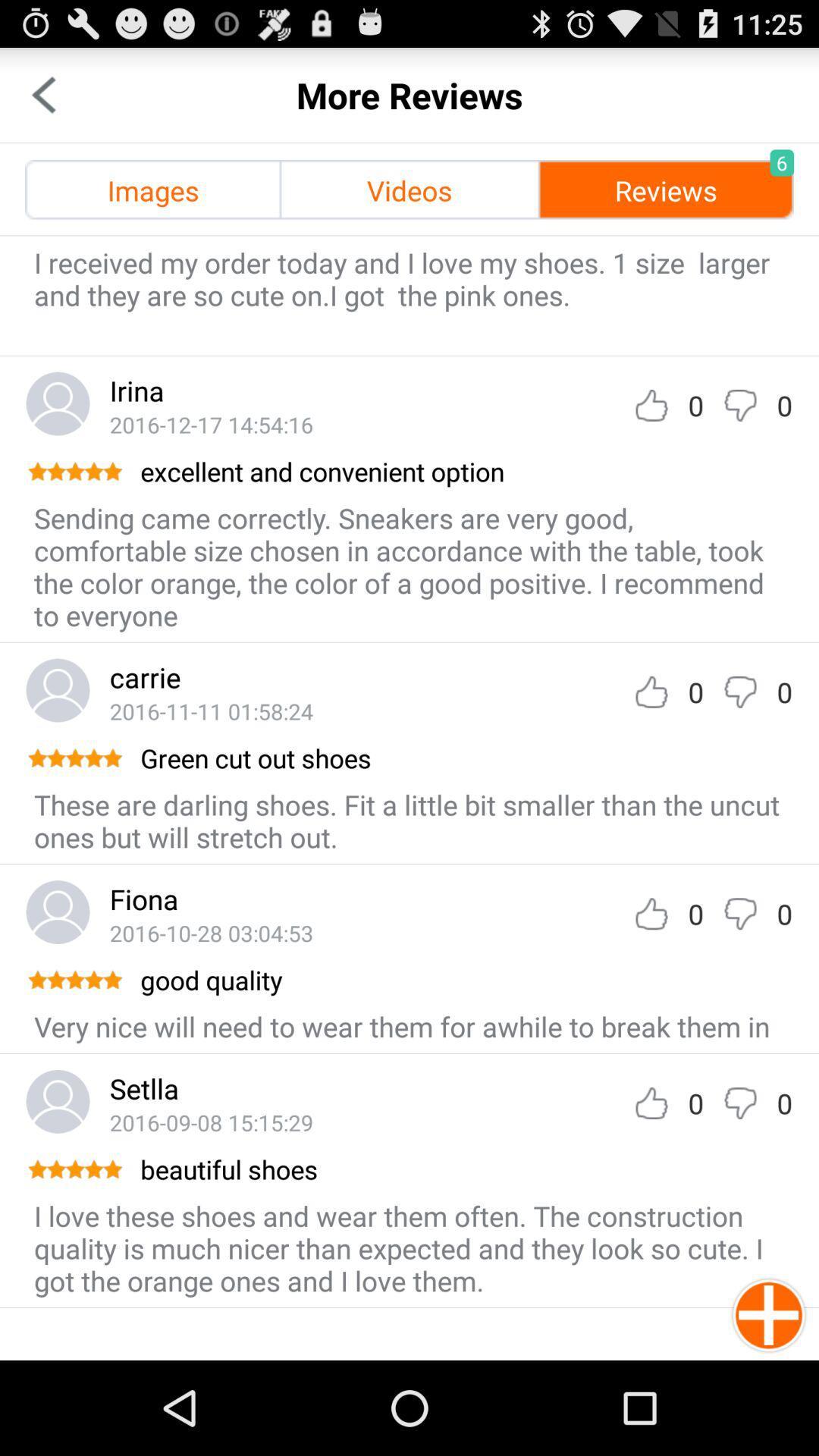  I want to click on like button, so click(651, 691).